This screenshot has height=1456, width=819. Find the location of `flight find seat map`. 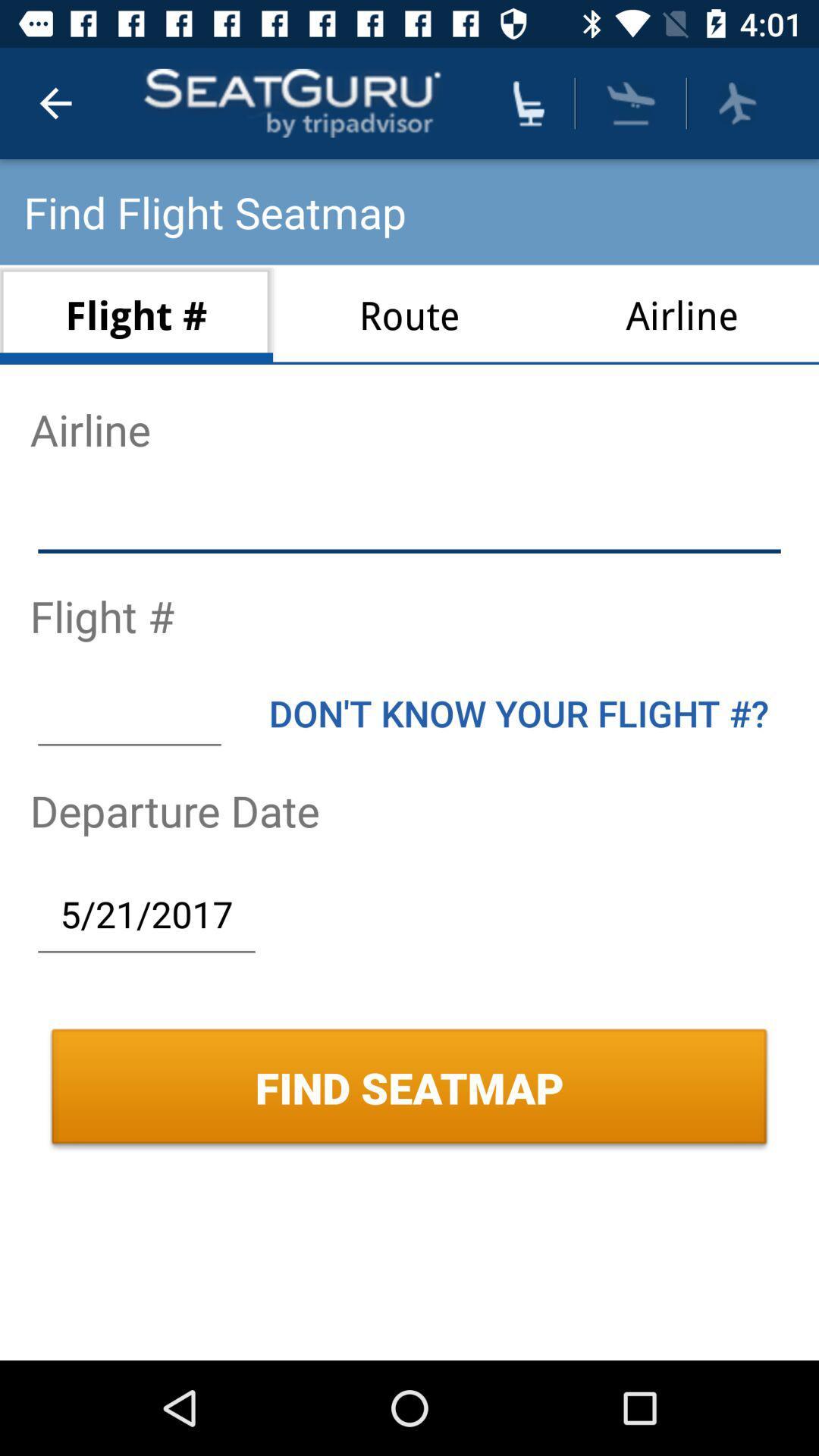

flight find seat map is located at coordinates (736, 102).